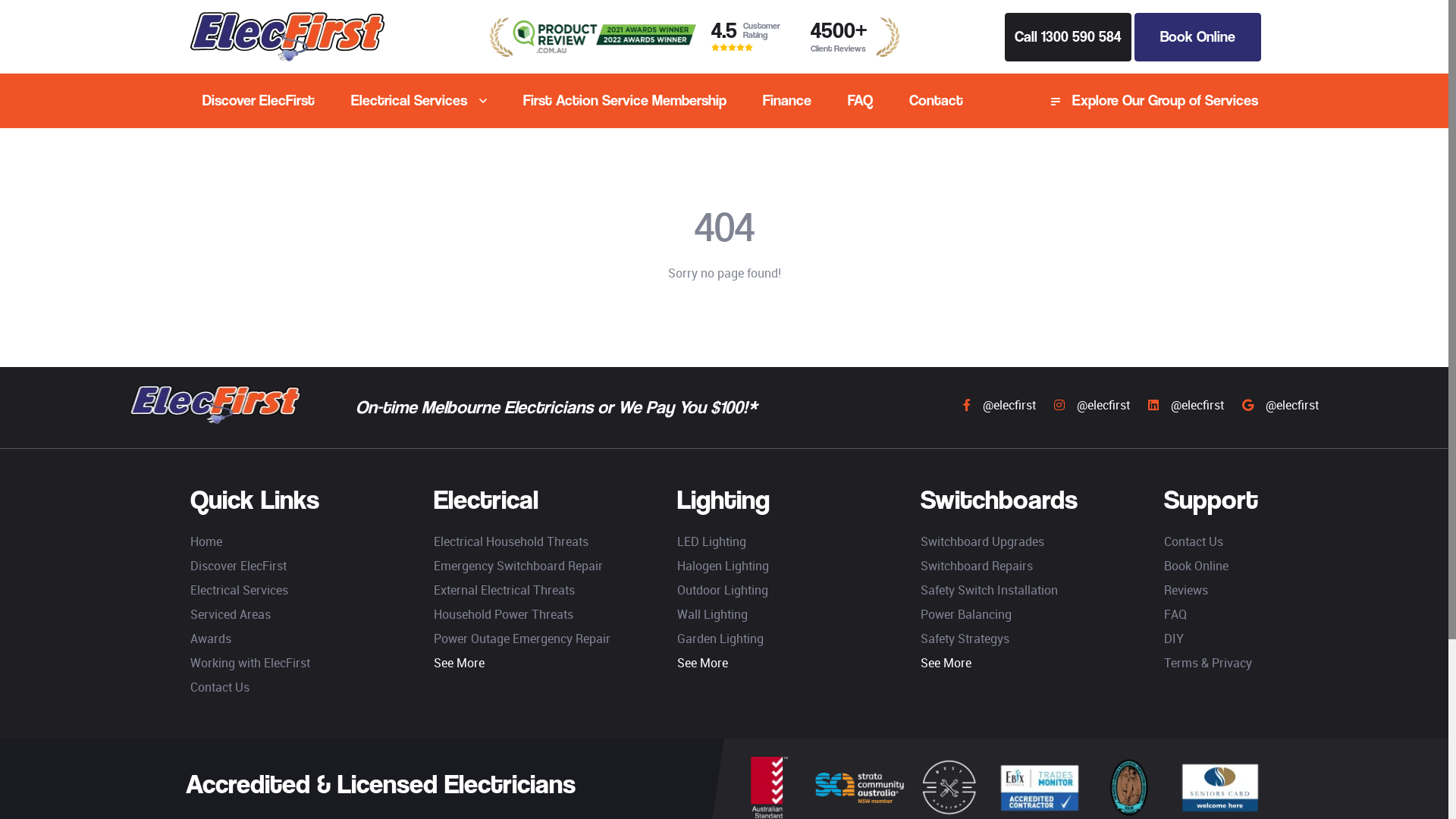 The height and width of the screenshot is (819, 1456). What do you see at coordinates (1185, 589) in the screenshot?
I see `'Reviews'` at bounding box center [1185, 589].